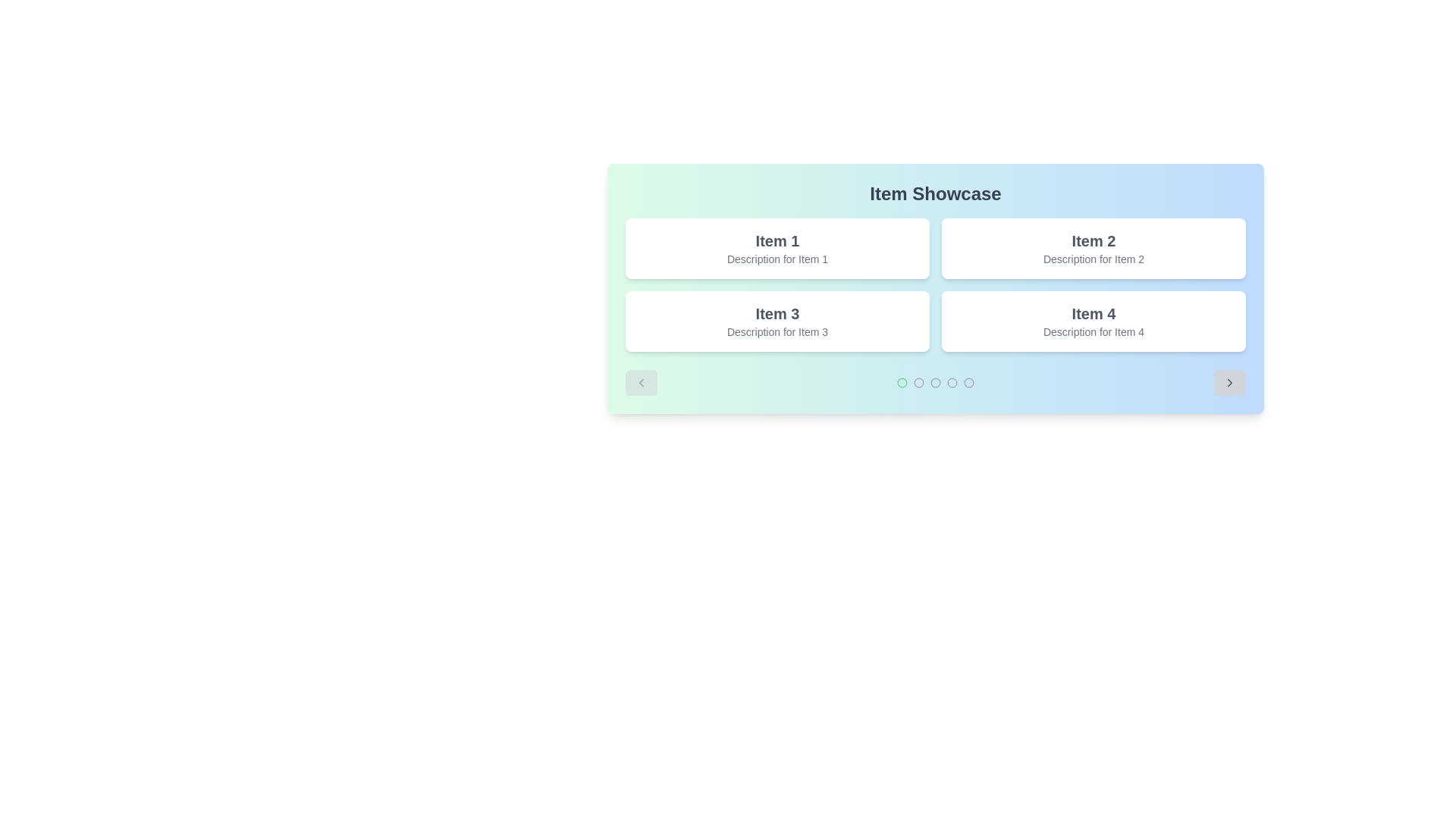 The height and width of the screenshot is (819, 1456). I want to click on the navigation button located in the lower-left corner of the 'Item Showcase' interface to move to the previous set of showcased items, so click(641, 382).